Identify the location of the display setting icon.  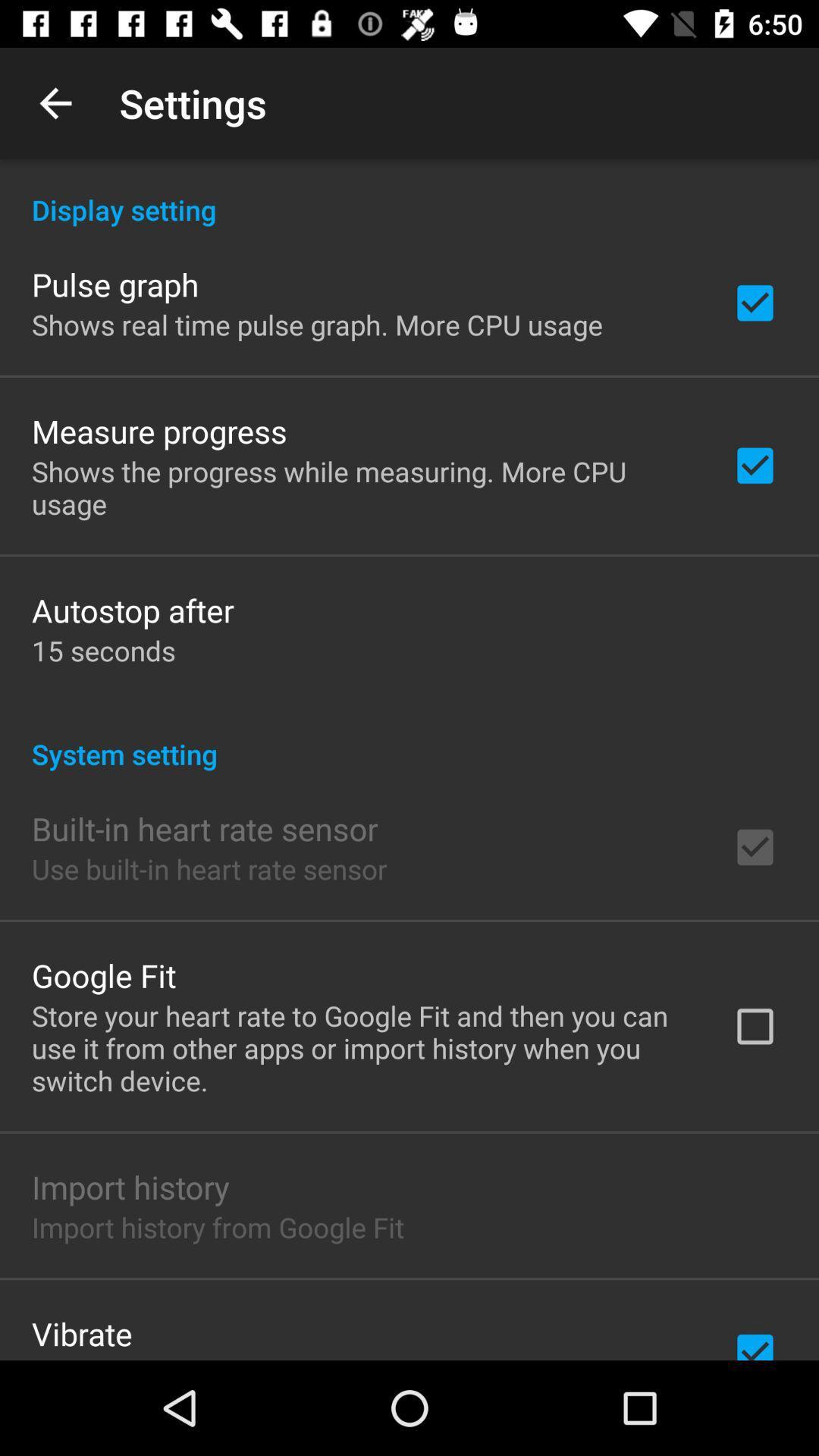
(409, 193).